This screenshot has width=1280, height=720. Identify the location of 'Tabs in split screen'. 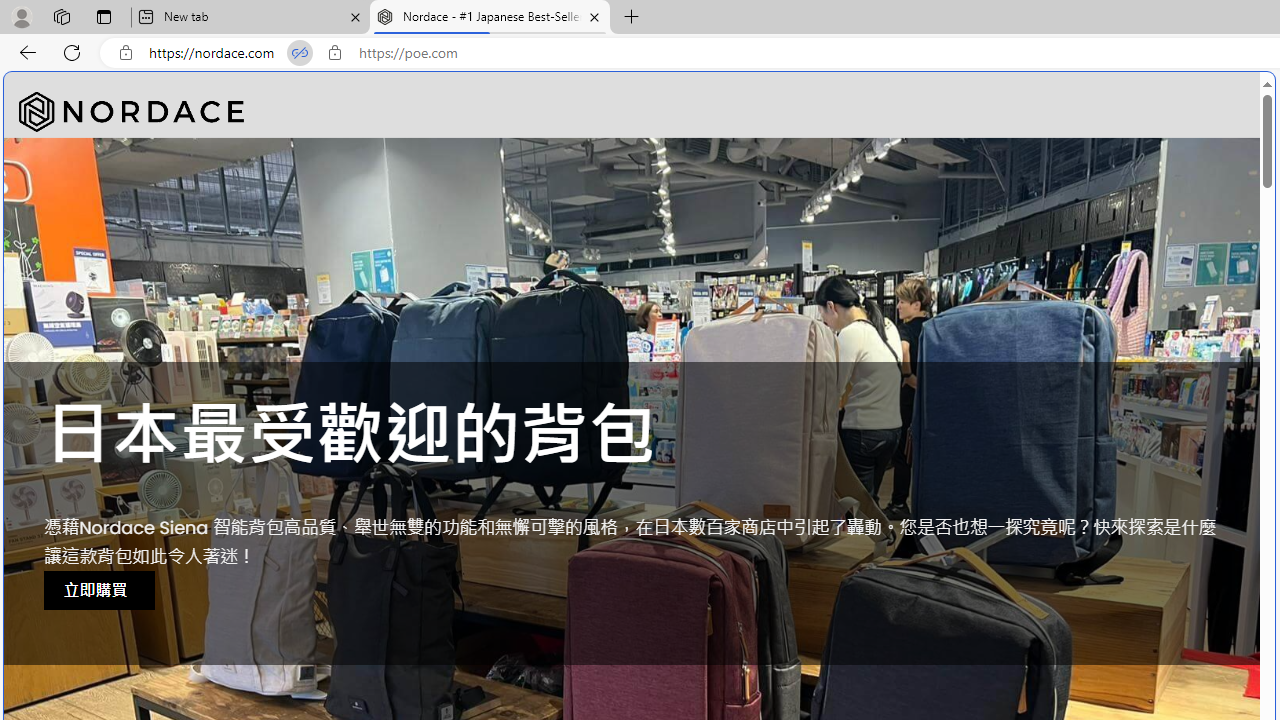
(299, 52).